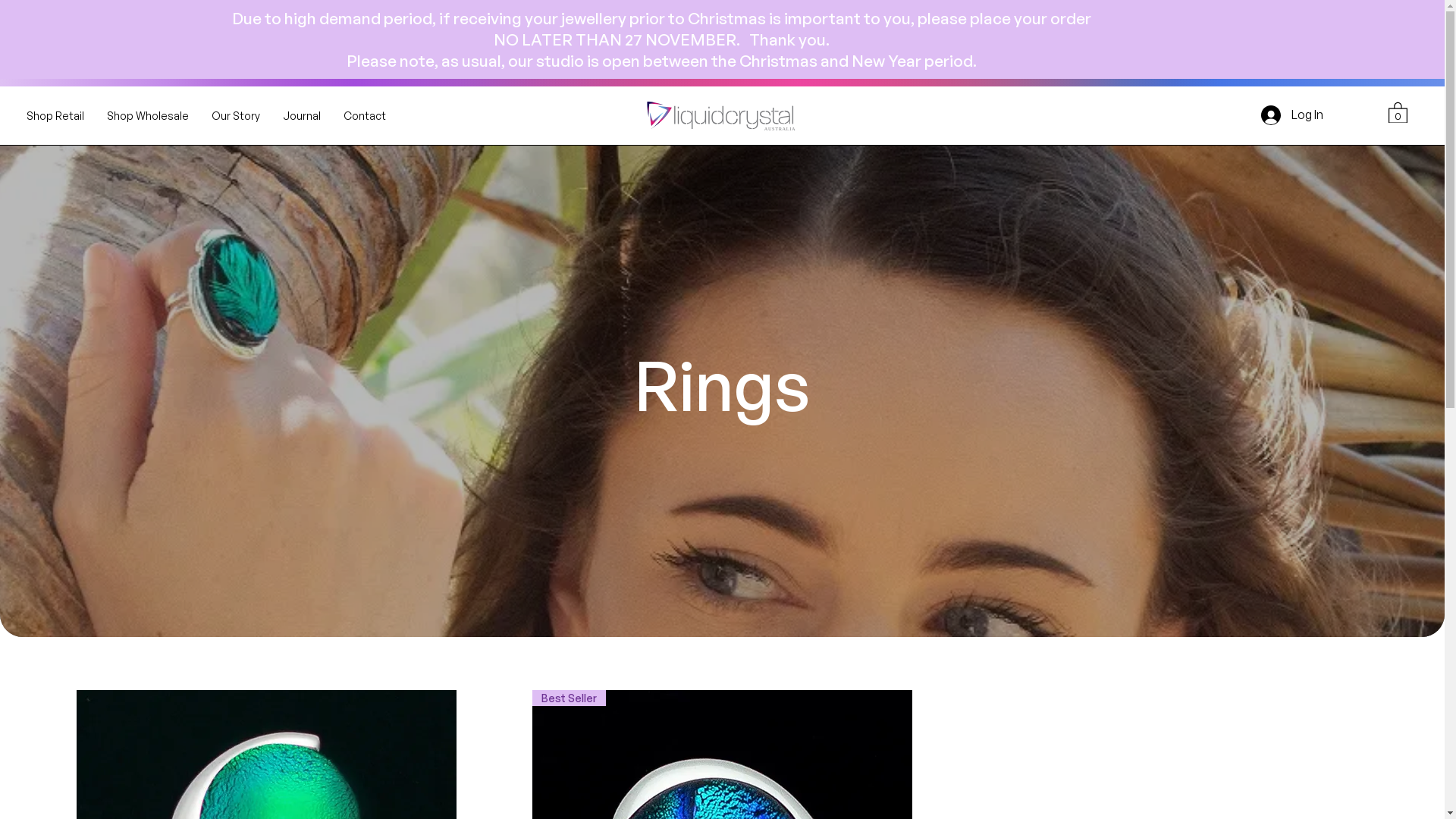 This screenshot has height=819, width=1456. I want to click on 'Our Story', so click(235, 115).